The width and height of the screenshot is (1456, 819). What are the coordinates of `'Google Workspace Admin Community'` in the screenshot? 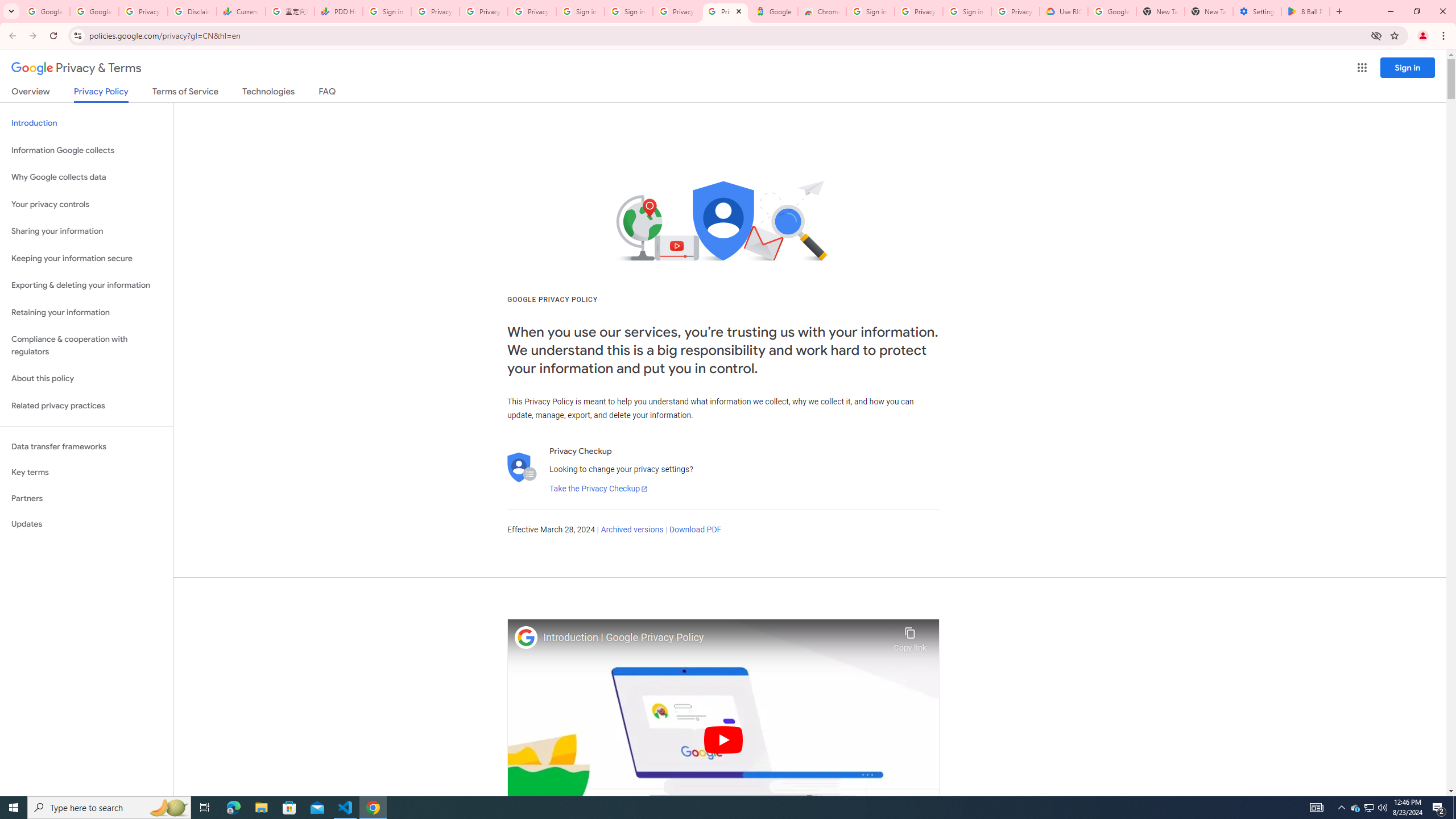 It's located at (45, 11).